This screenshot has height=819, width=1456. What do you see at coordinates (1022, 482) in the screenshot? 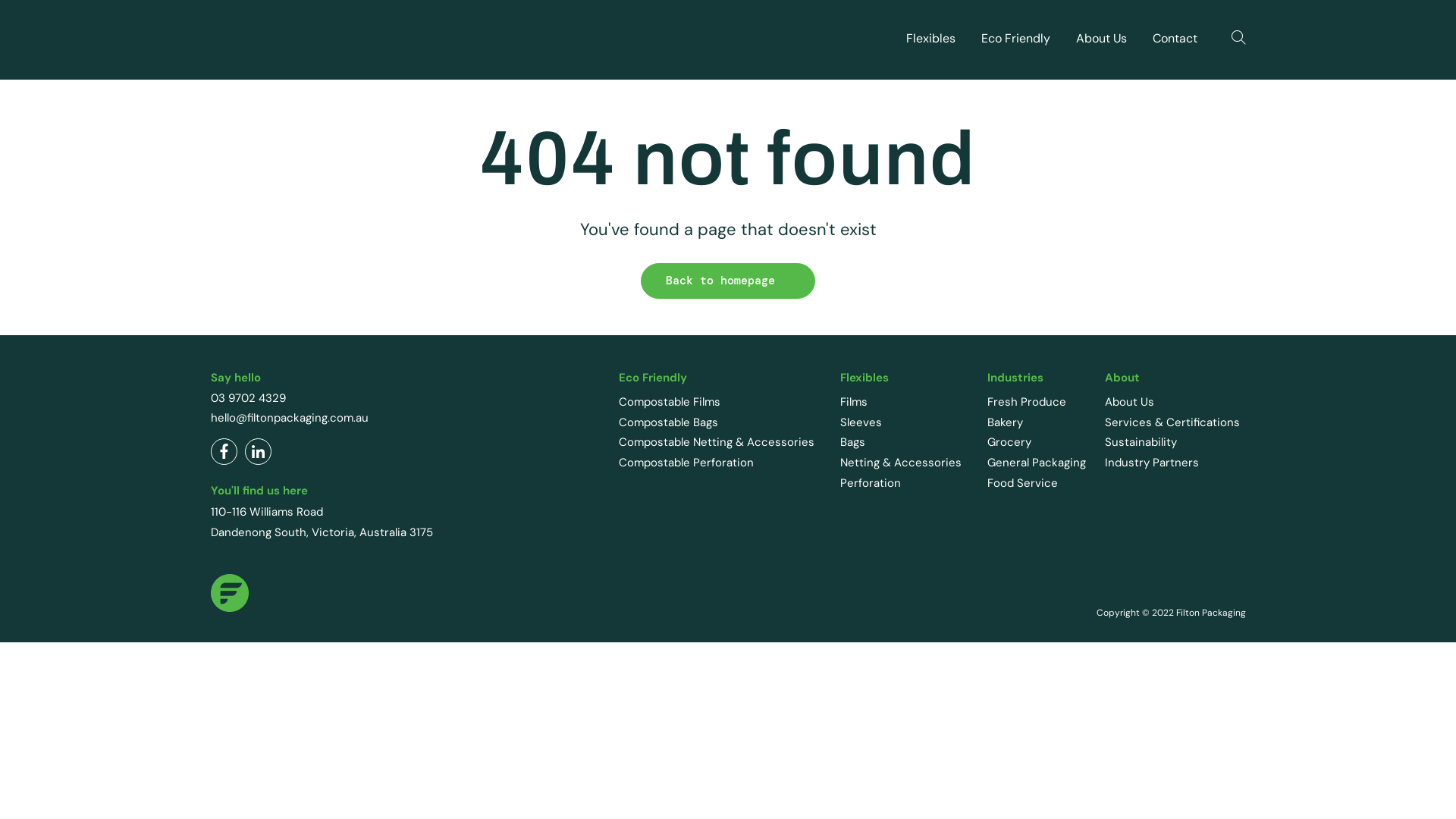
I see `'Food Service'` at bounding box center [1022, 482].